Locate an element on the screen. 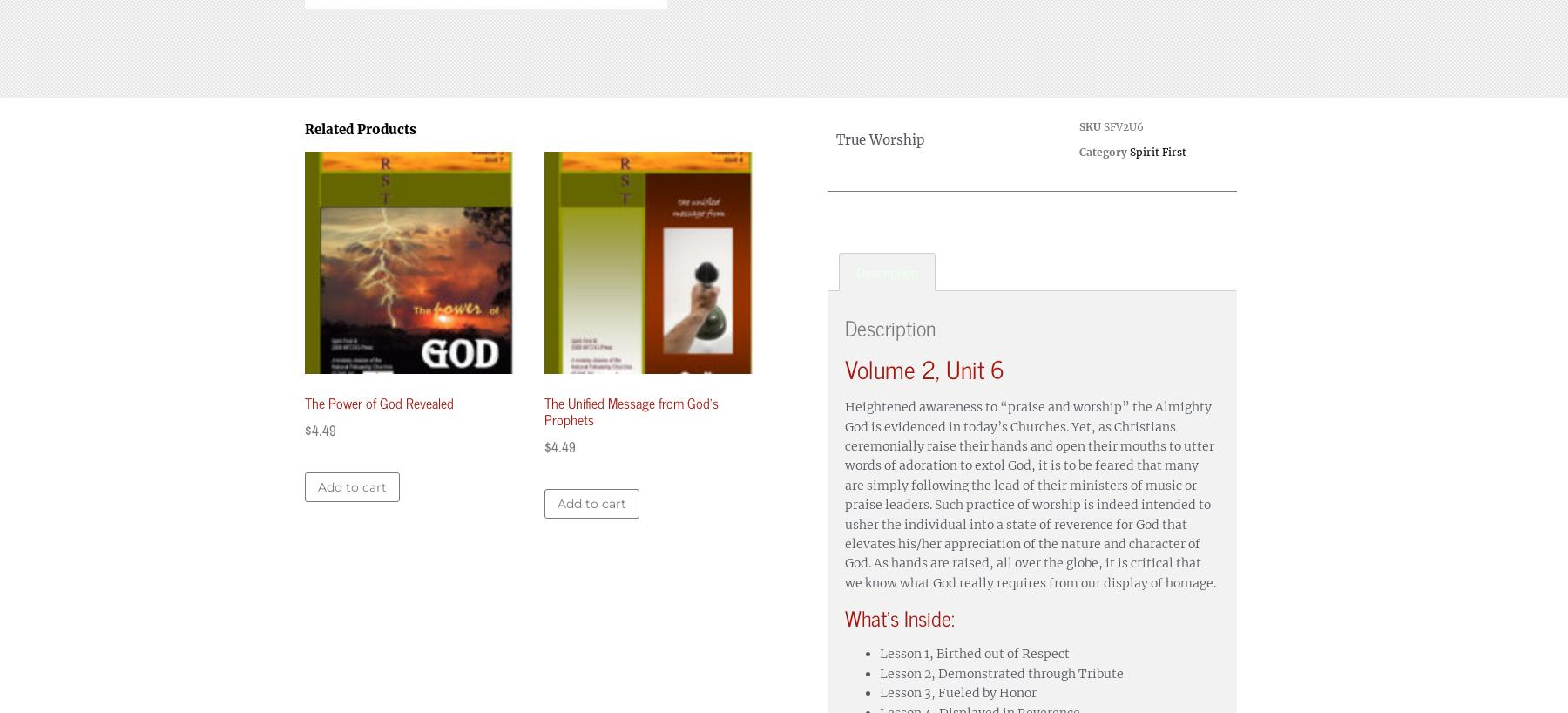 The height and width of the screenshot is (713, 1568). 'Category' is located at coordinates (1102, 150).